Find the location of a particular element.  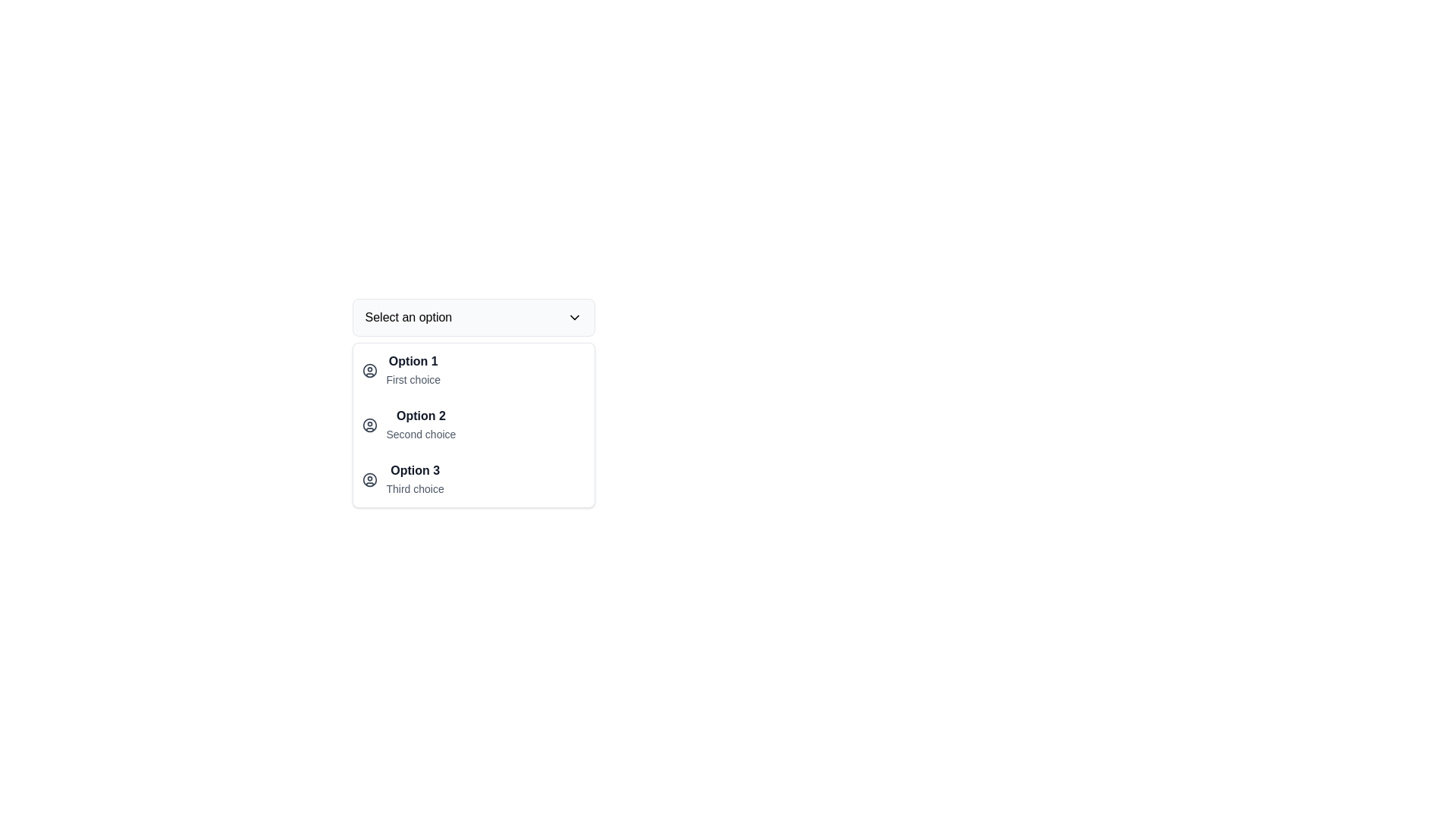

the third option in the dropdown list, which is represented by the Text Label is located at coordinates (415, 479).